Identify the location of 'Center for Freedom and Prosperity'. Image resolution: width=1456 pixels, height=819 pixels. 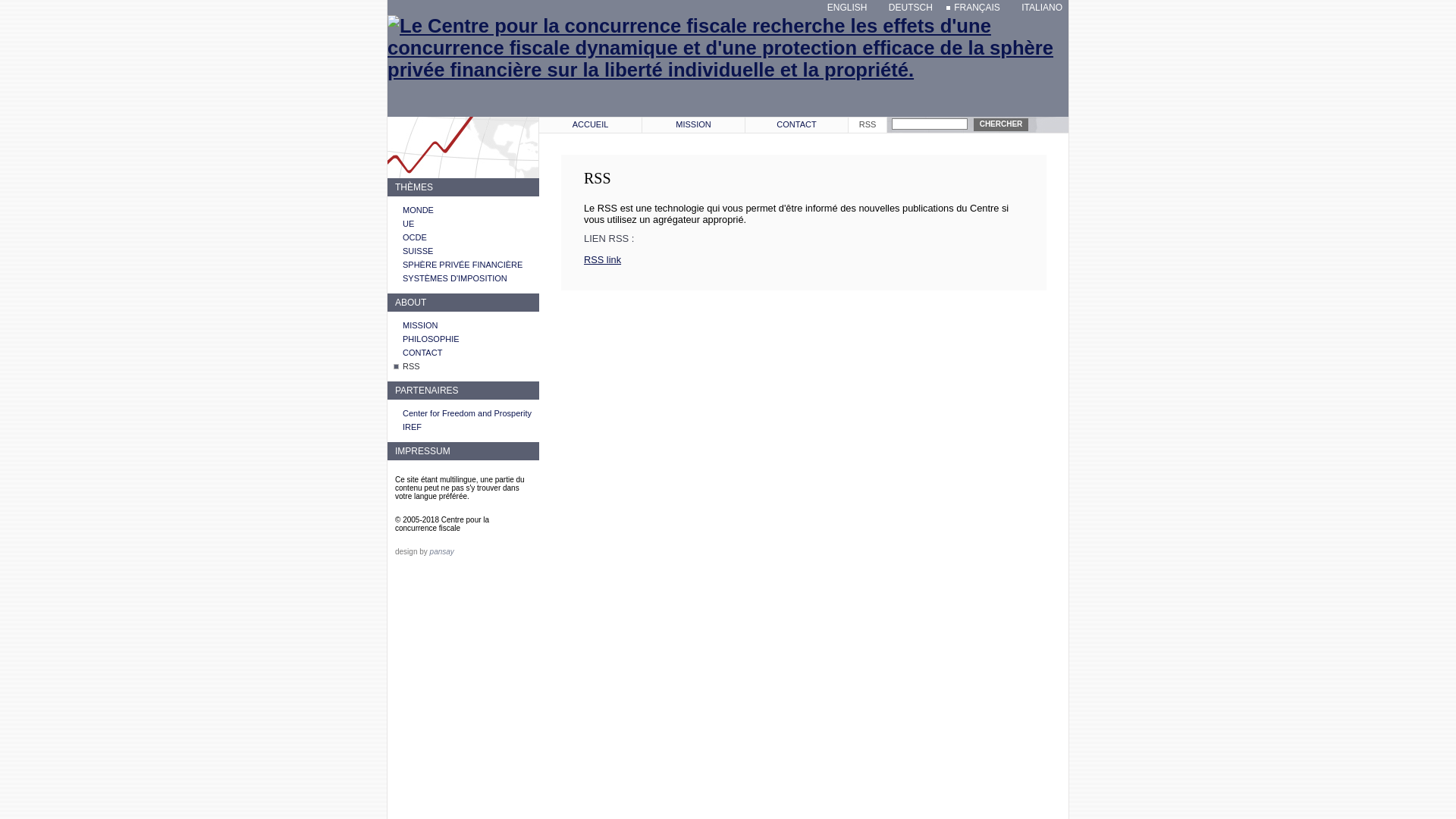
(466, 413).